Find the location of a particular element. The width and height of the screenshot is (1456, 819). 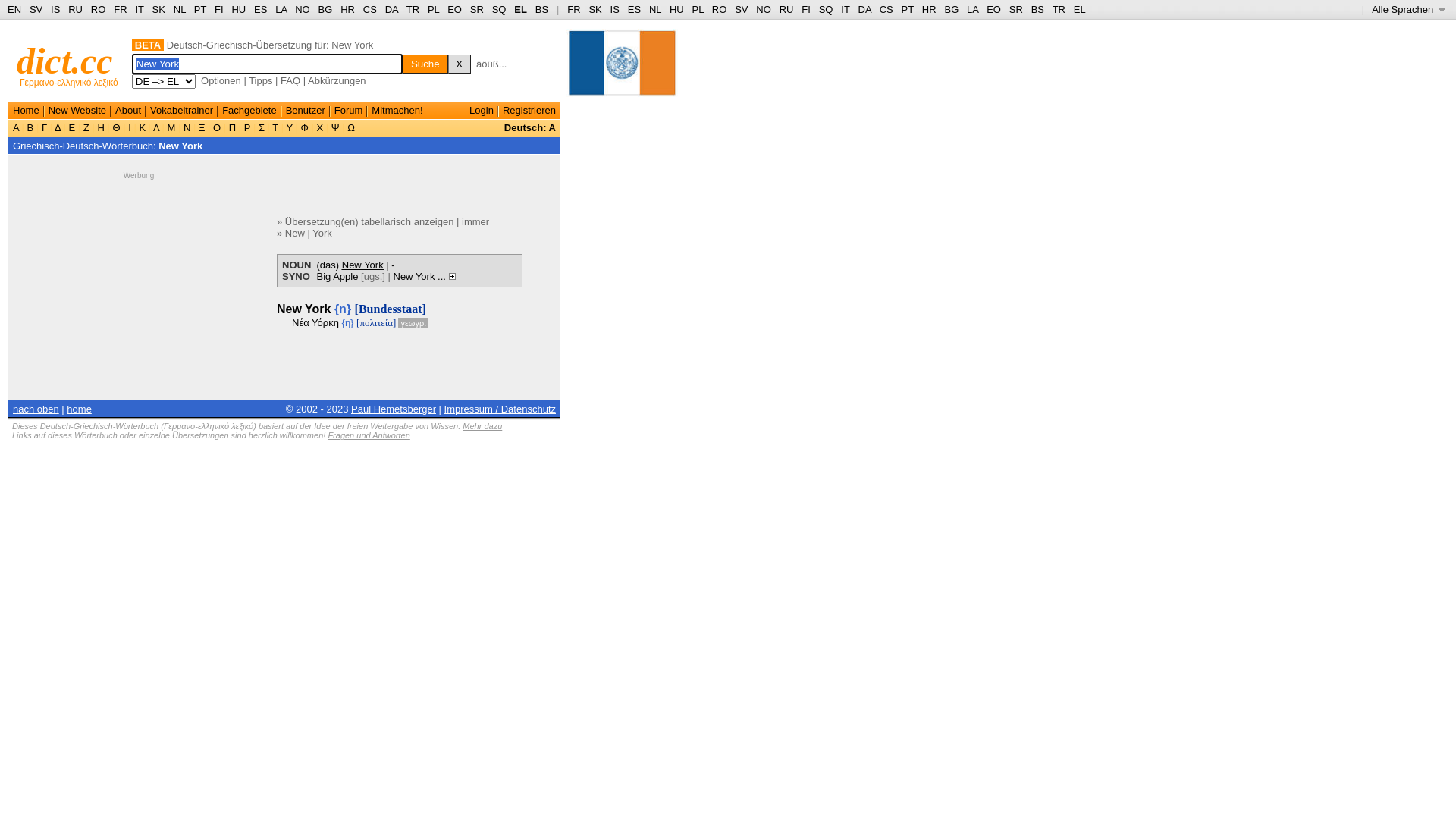

'RO' is located at coordinates (97, 9).